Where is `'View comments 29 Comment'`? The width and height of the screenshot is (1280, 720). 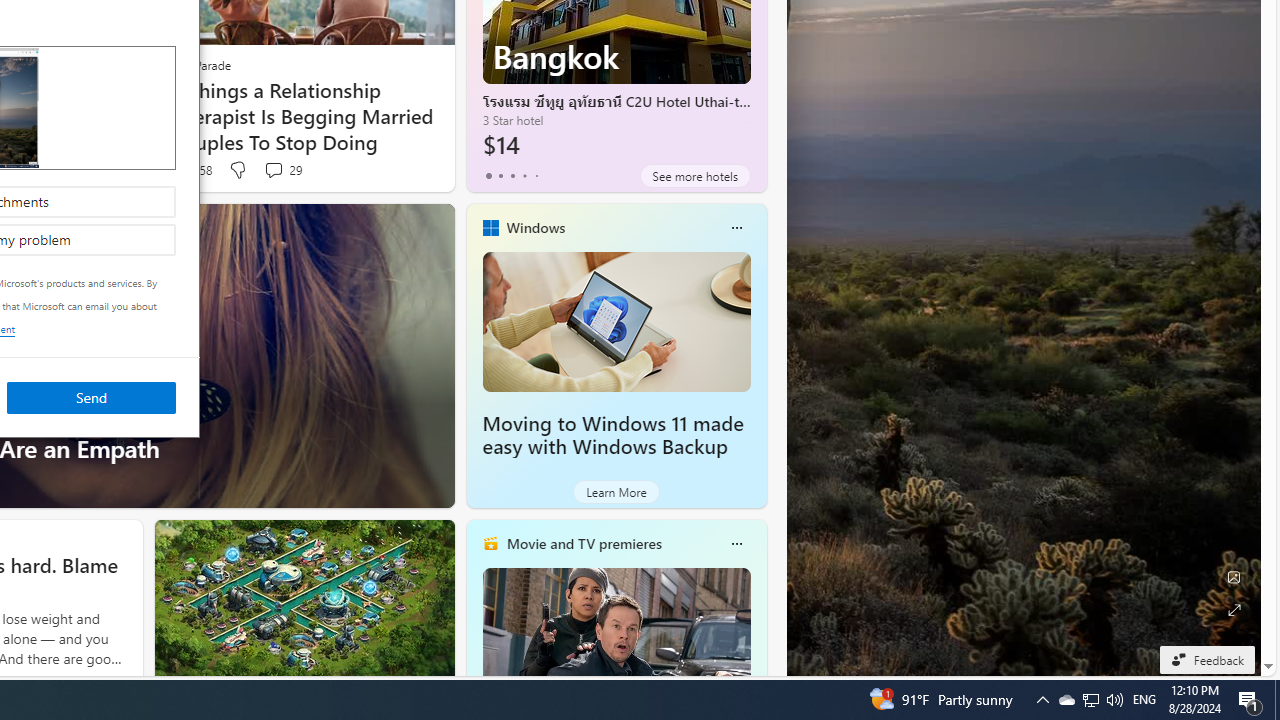
'View comments 29 Comment' is located at coordinates (281, 169).